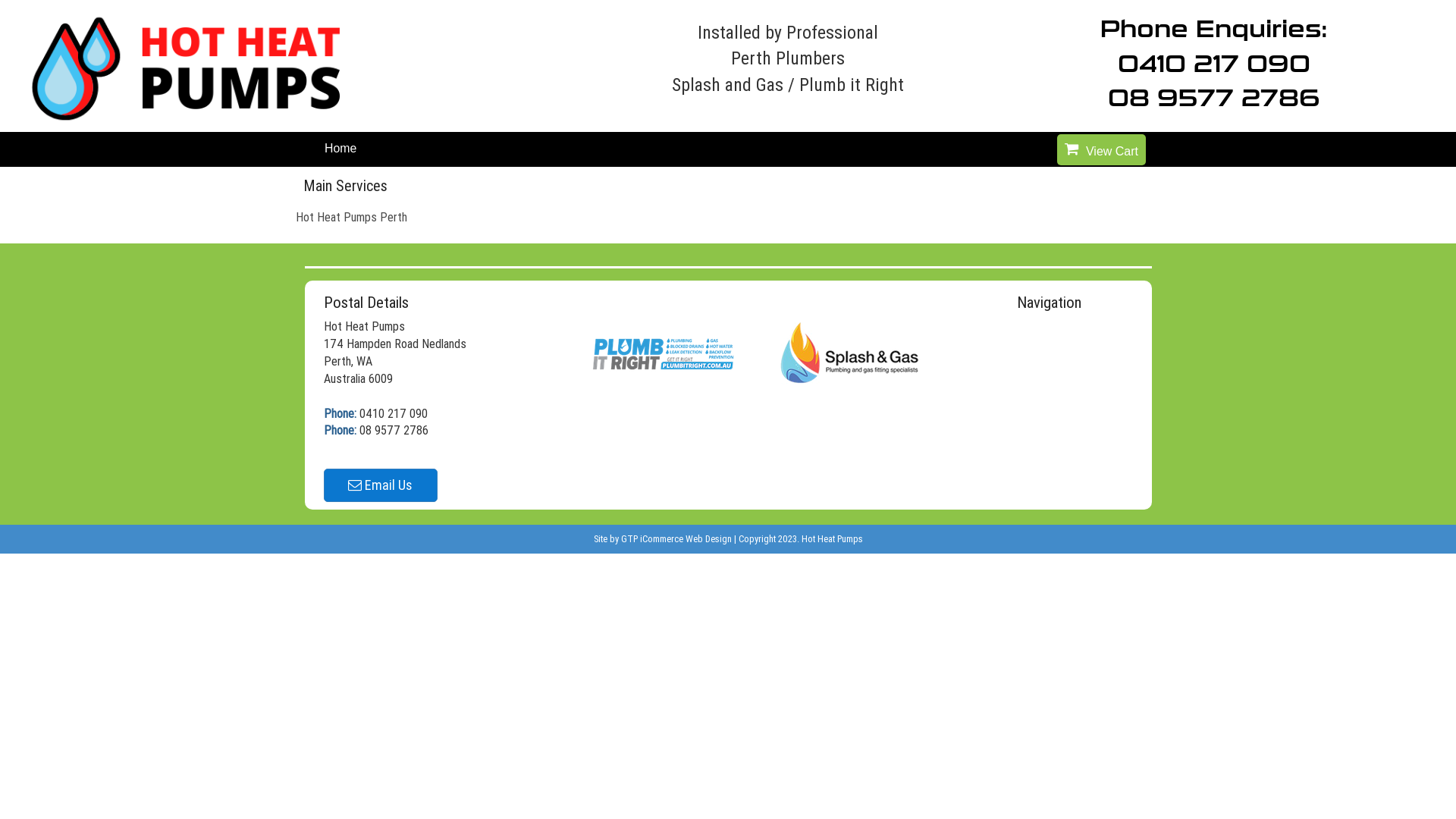  I want to click on 'Plumb it Right', so click(664, 350).